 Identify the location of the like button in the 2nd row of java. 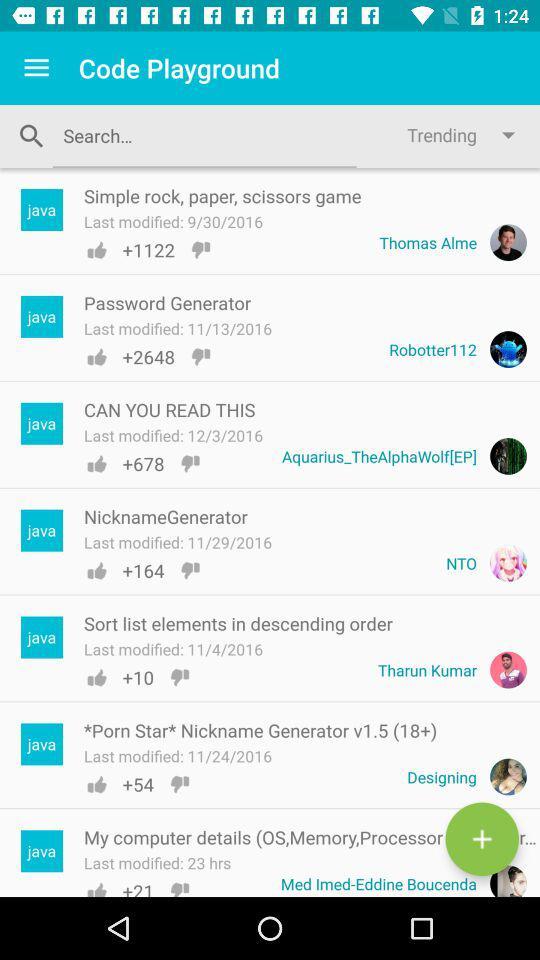
(95, 357).